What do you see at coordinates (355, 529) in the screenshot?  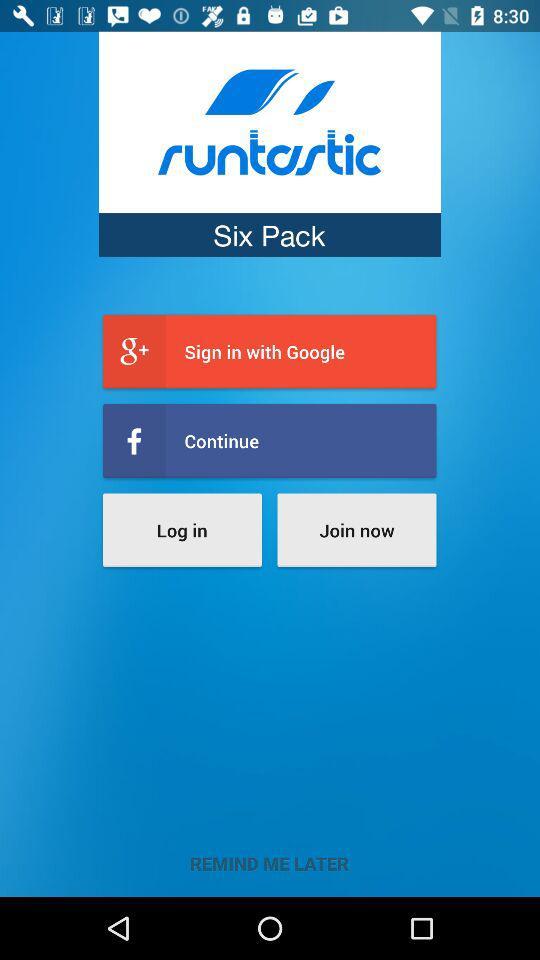 I see `the join now icon` at bounding box center [355, 529].